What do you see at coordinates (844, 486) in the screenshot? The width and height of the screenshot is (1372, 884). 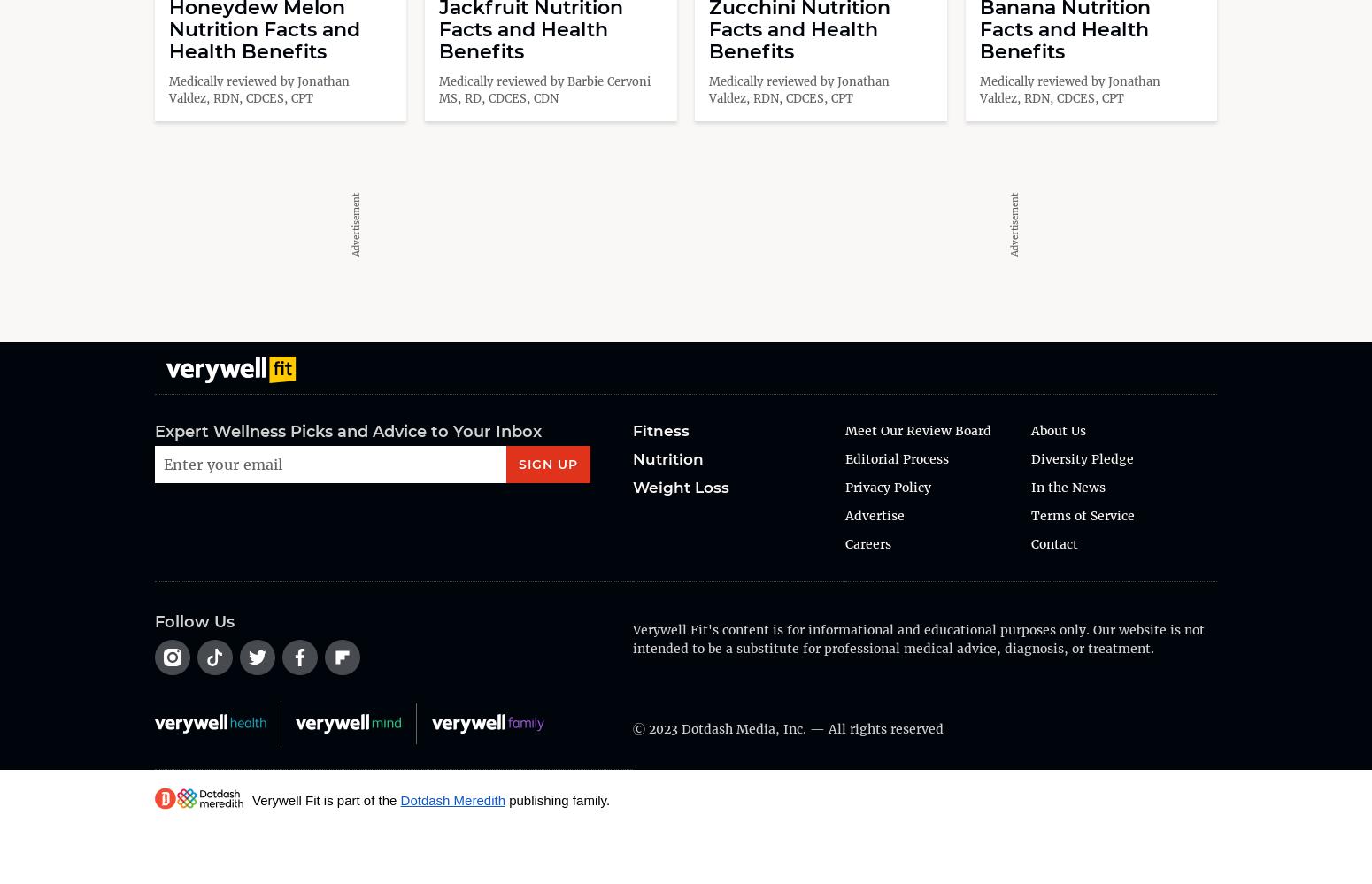 I see `'Privacy Policy'` at bounding box center [844, 486].